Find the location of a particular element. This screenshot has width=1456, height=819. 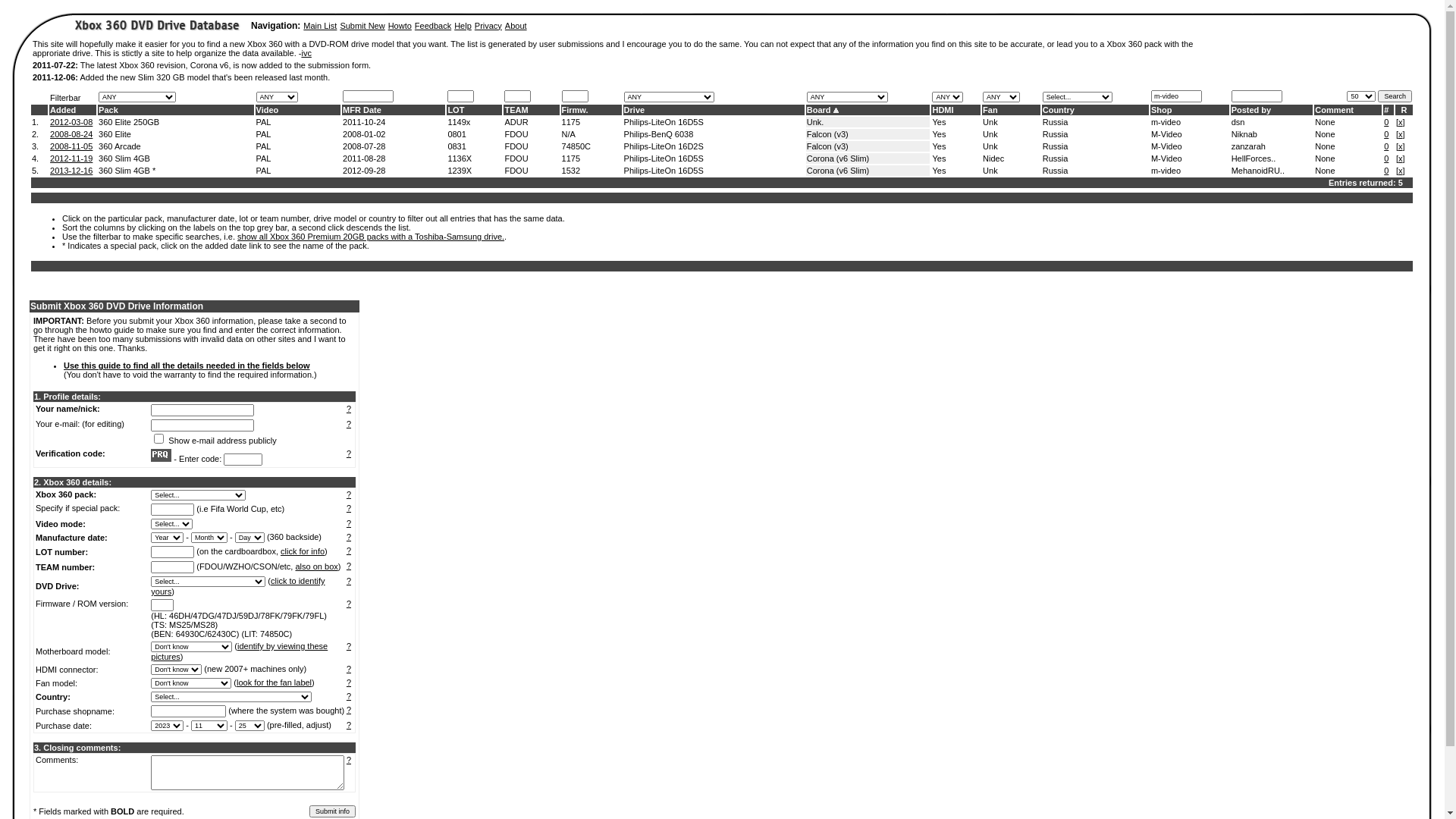

'M-Video' is located at coordinates (1166, 133).